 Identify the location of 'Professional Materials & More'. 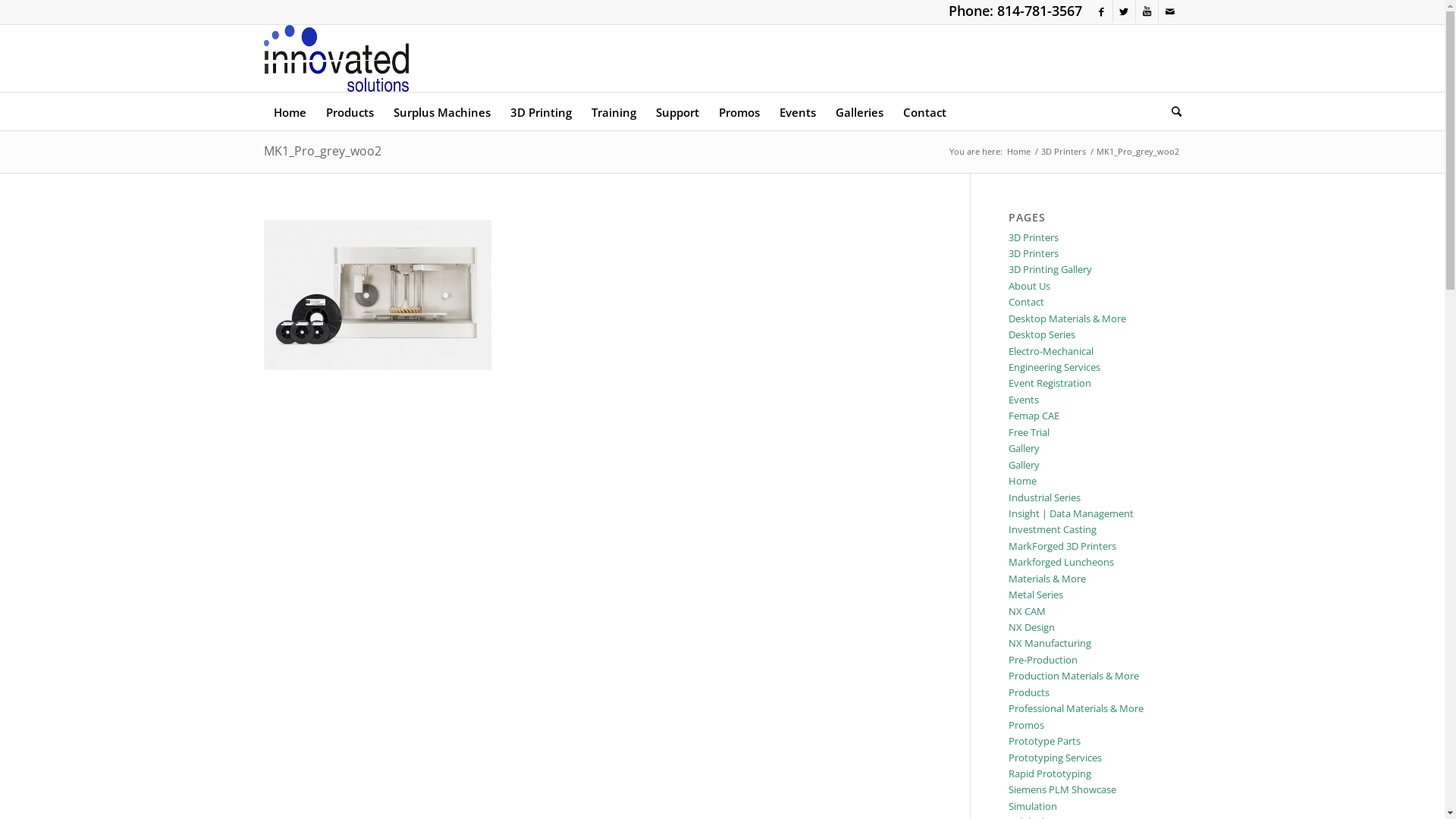
(1075, 708).